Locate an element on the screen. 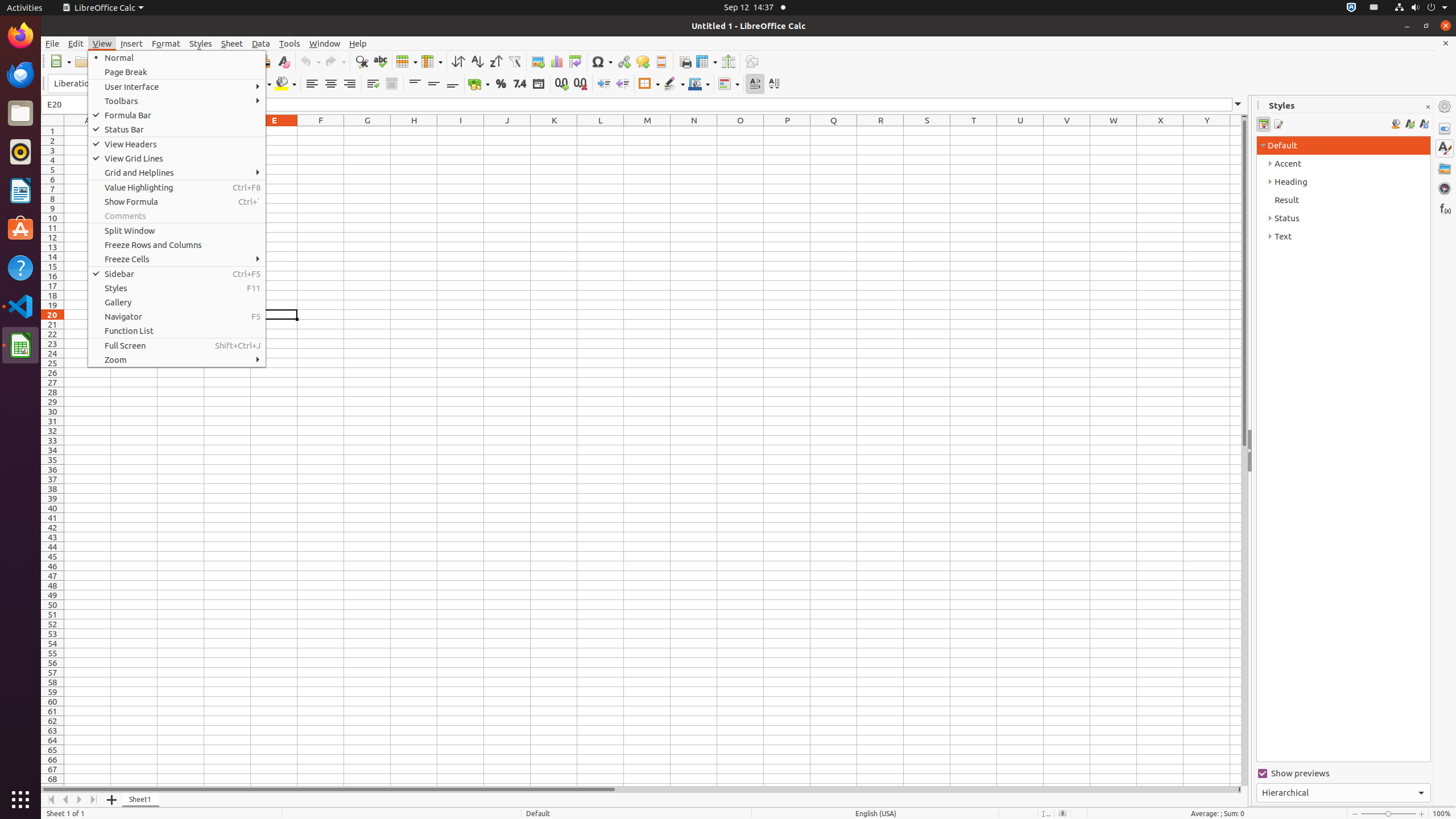  'Symbol' is located at coordinates (601, 61).